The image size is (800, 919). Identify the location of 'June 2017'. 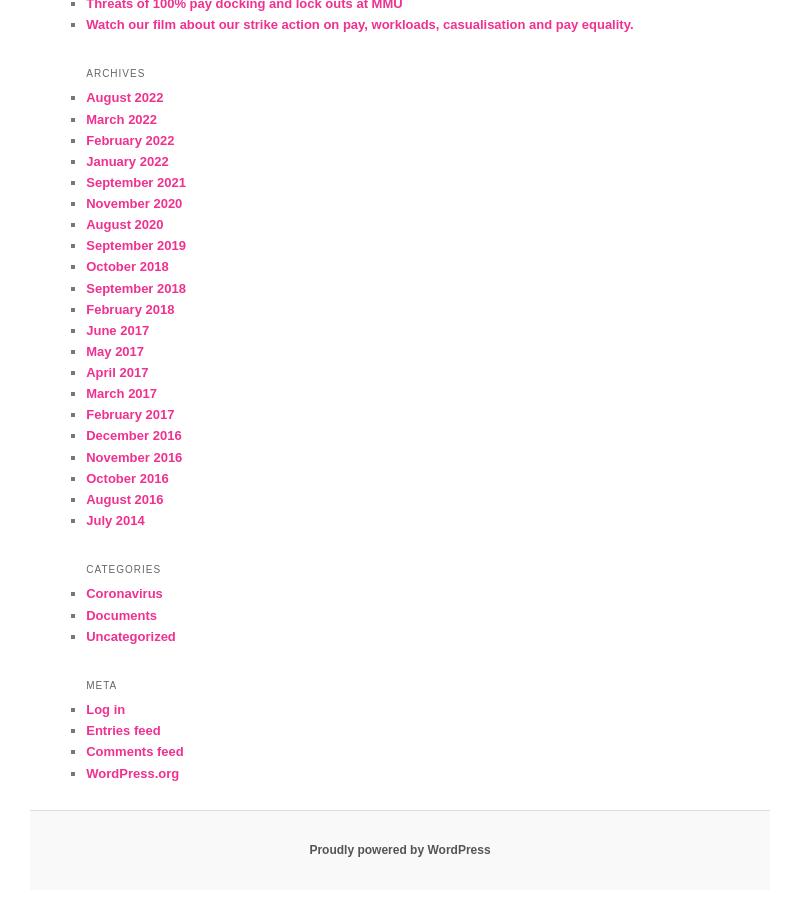
(116, 328).